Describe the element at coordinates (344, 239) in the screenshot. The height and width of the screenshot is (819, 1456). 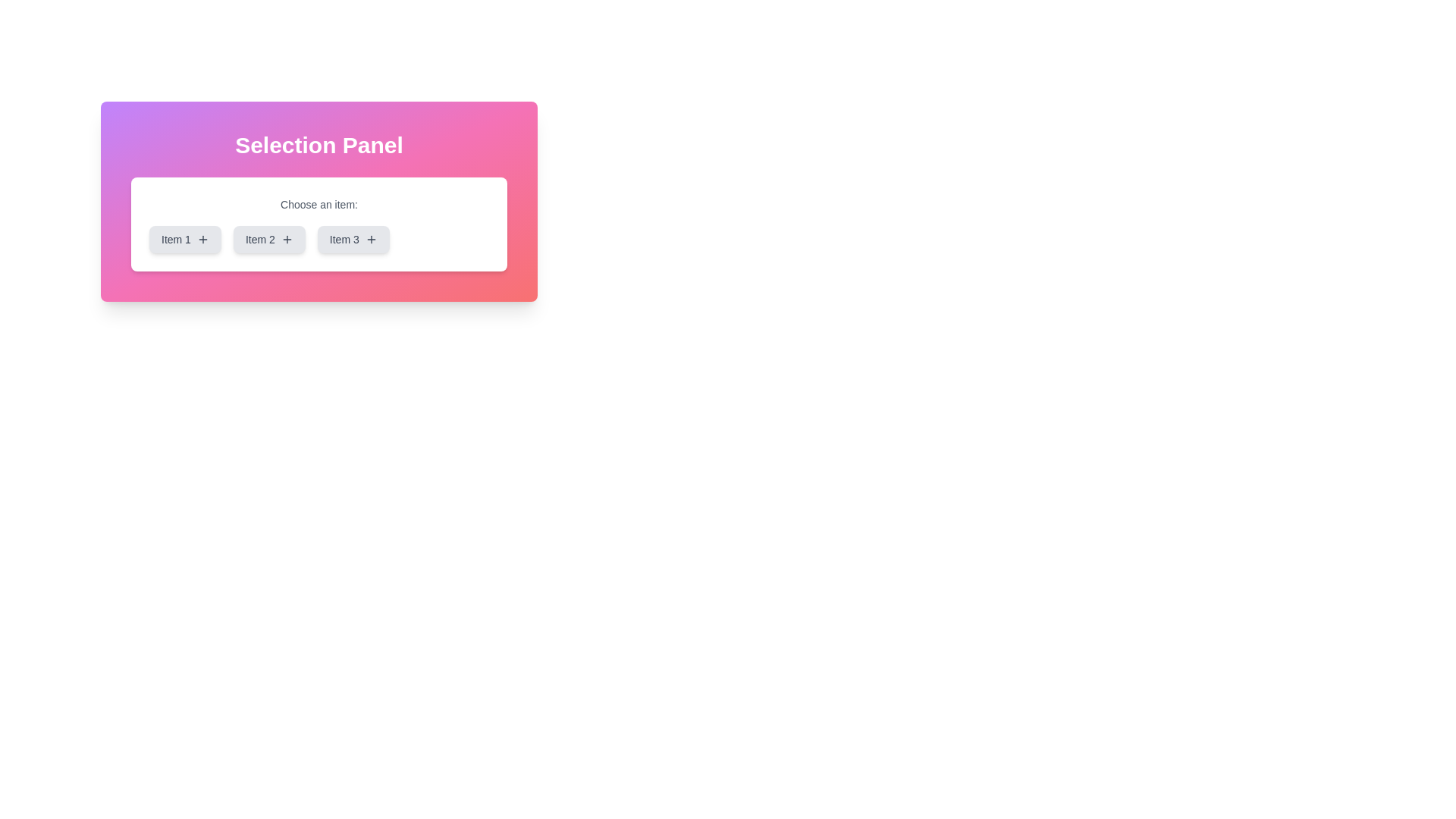
I see `the text label indicating the function of the 'Item 3' button, which is the rightmost button in a horizontal list of three buttons under the 'Selection Panel'` at that location.